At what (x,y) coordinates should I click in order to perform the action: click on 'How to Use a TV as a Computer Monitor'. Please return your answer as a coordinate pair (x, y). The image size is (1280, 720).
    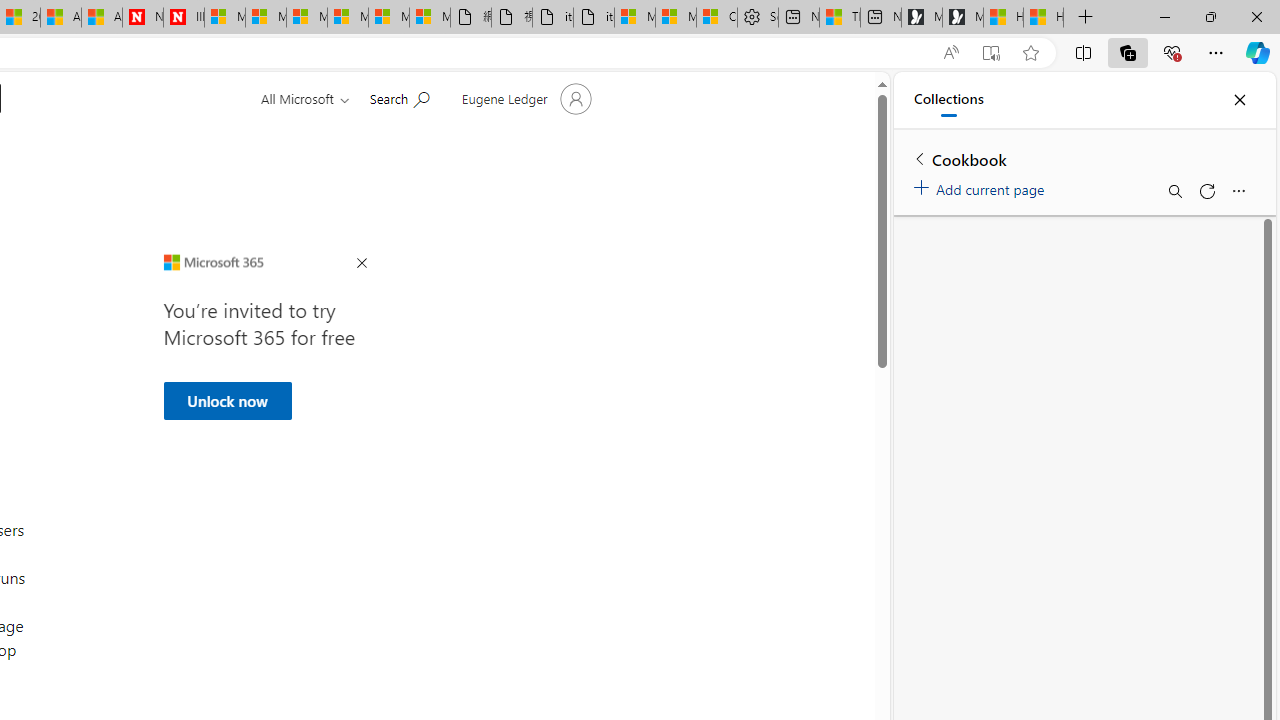
    Looking at the image, I should click on (1042, 17).